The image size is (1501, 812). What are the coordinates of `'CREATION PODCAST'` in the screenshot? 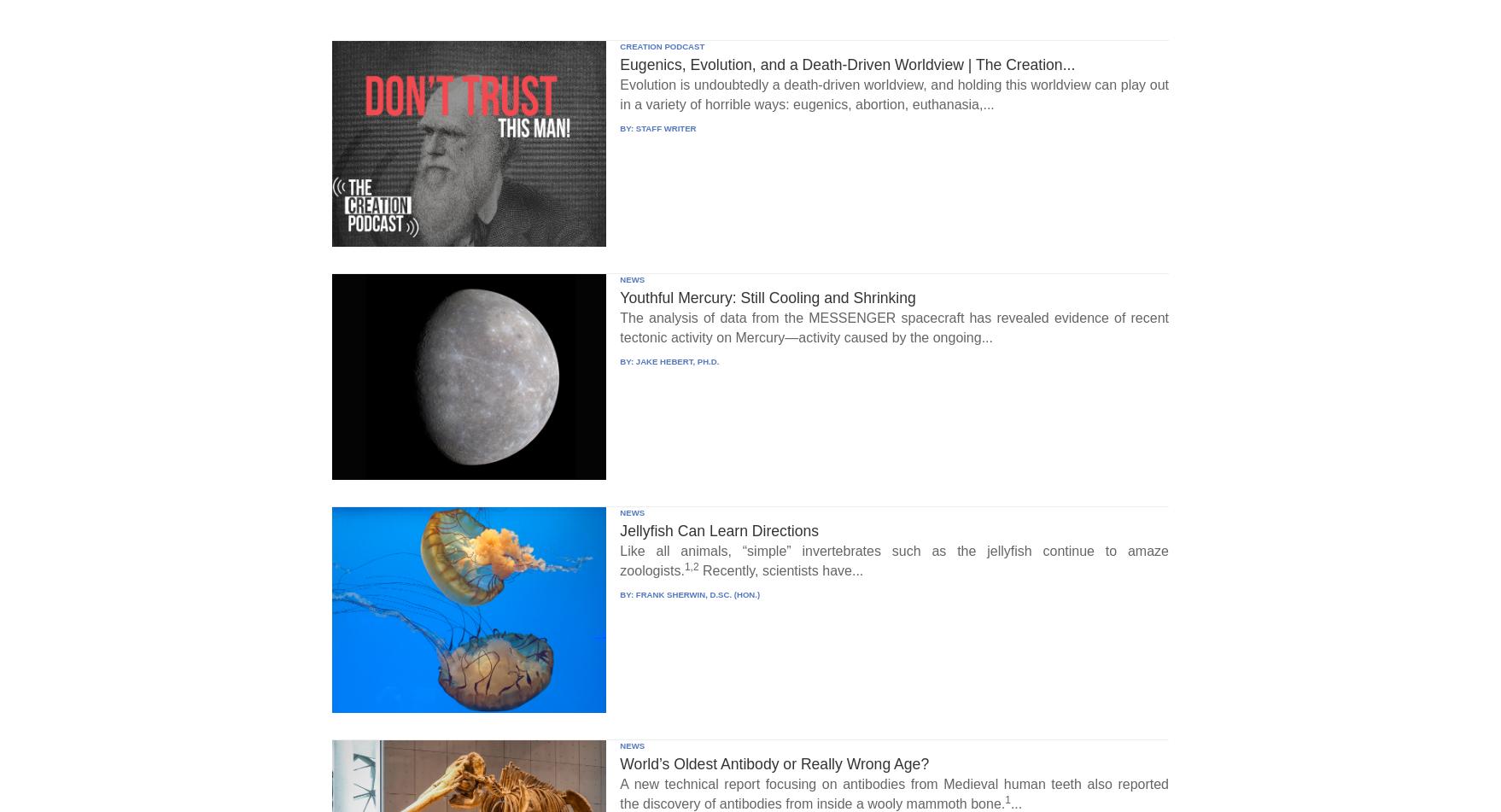 It's located at (661, 46).